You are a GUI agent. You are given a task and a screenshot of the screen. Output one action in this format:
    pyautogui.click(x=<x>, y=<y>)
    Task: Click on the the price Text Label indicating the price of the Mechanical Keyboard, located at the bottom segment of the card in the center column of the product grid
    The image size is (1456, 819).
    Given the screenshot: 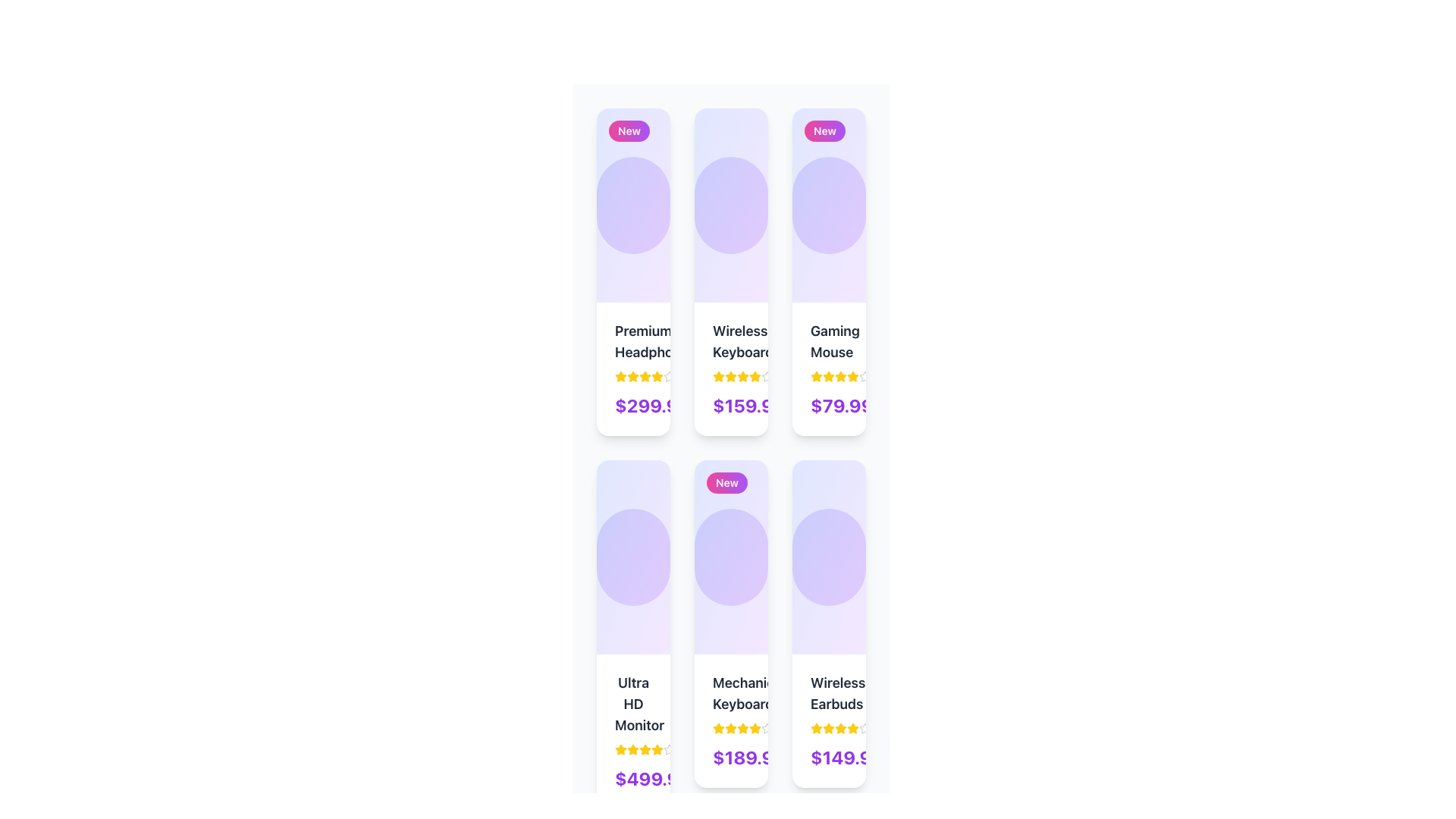 What is the action you would take?
    pyautogui.click(x=749, y=758)
    